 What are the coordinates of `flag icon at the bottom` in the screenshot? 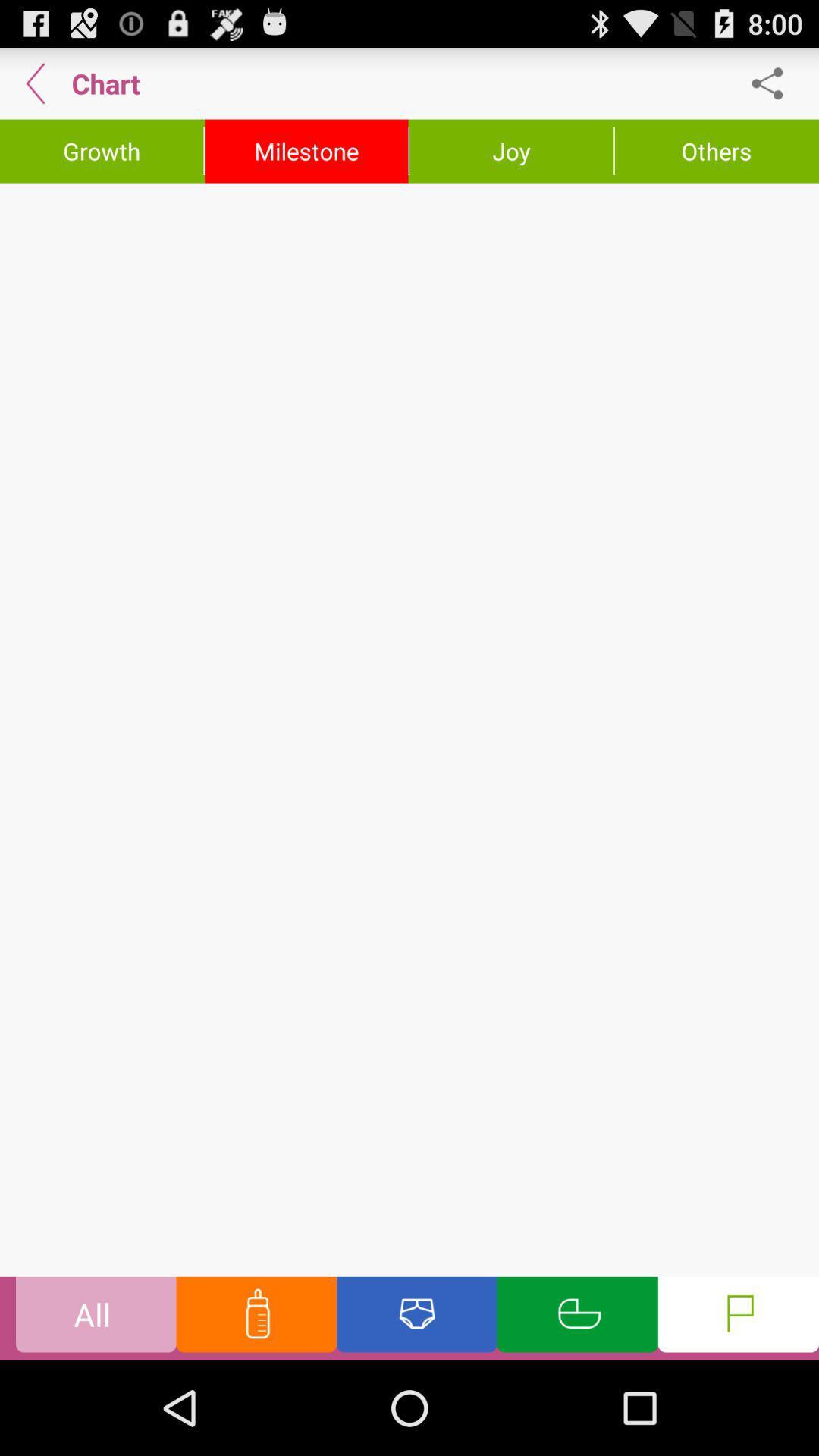 It's located at (738, 1317).